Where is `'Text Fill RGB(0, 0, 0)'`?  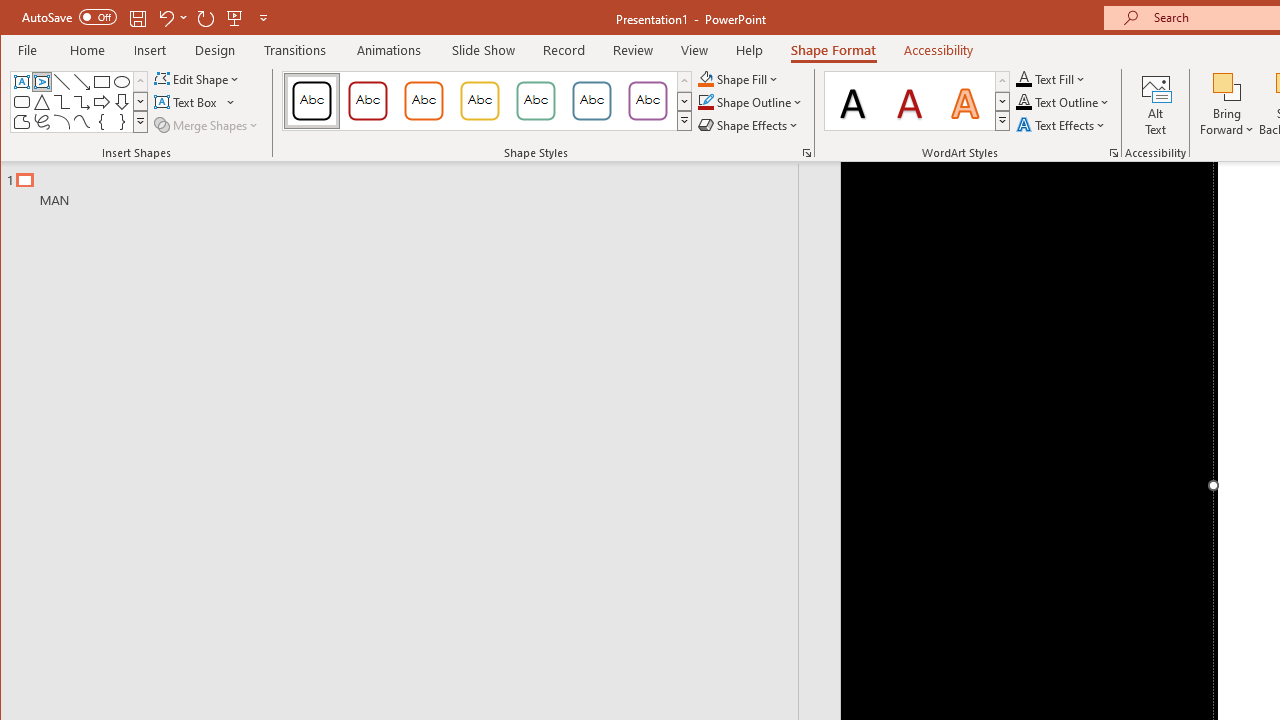 'Text Fill RGB(0, 0, 0)' is located at coordinates (1024, 78).